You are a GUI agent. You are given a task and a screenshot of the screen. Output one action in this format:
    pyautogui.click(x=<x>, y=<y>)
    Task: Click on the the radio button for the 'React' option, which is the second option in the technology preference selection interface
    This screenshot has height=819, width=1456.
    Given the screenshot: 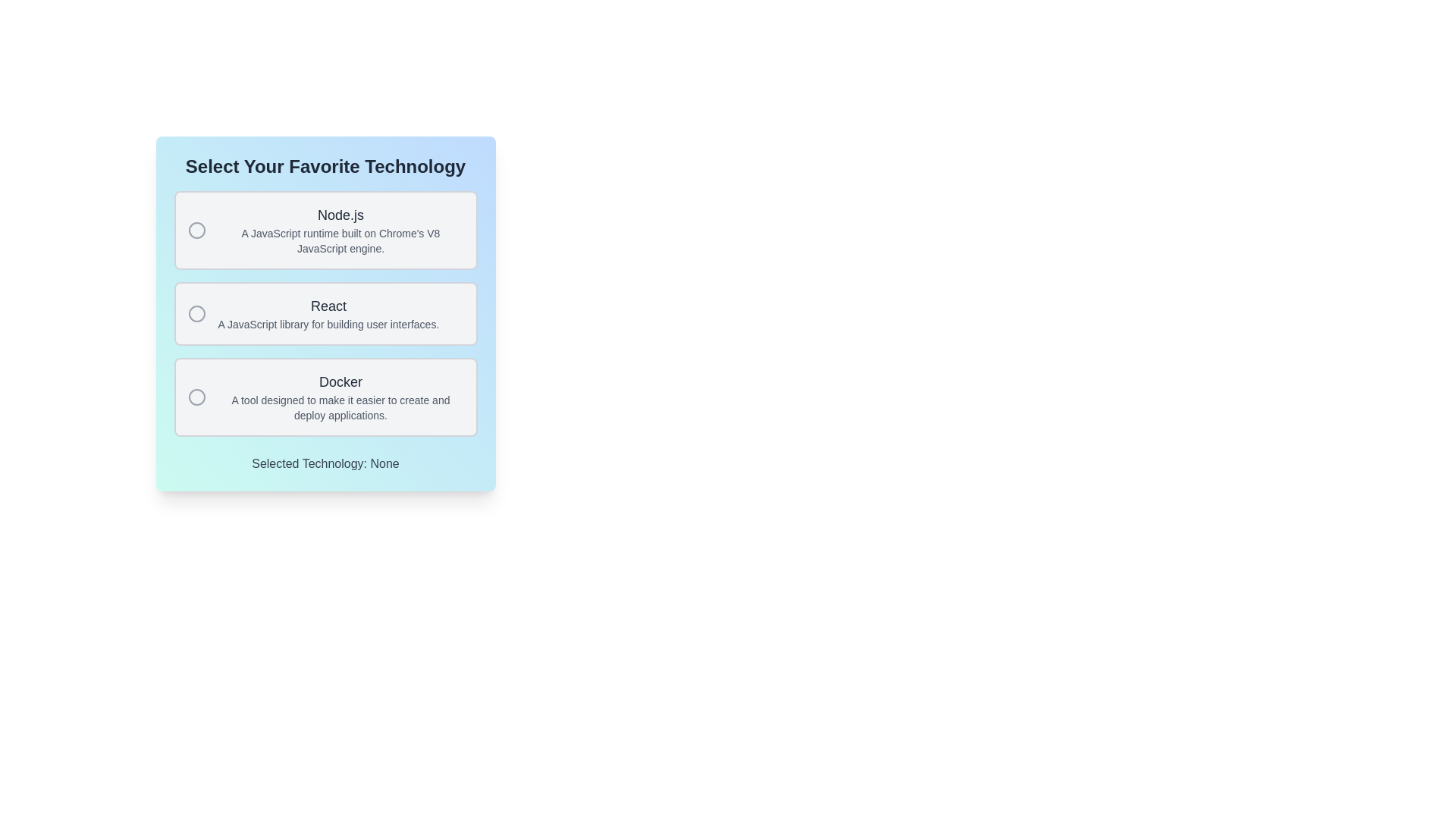 What is the action you would take?
    pyautogui.click(x=196, y=312)
    